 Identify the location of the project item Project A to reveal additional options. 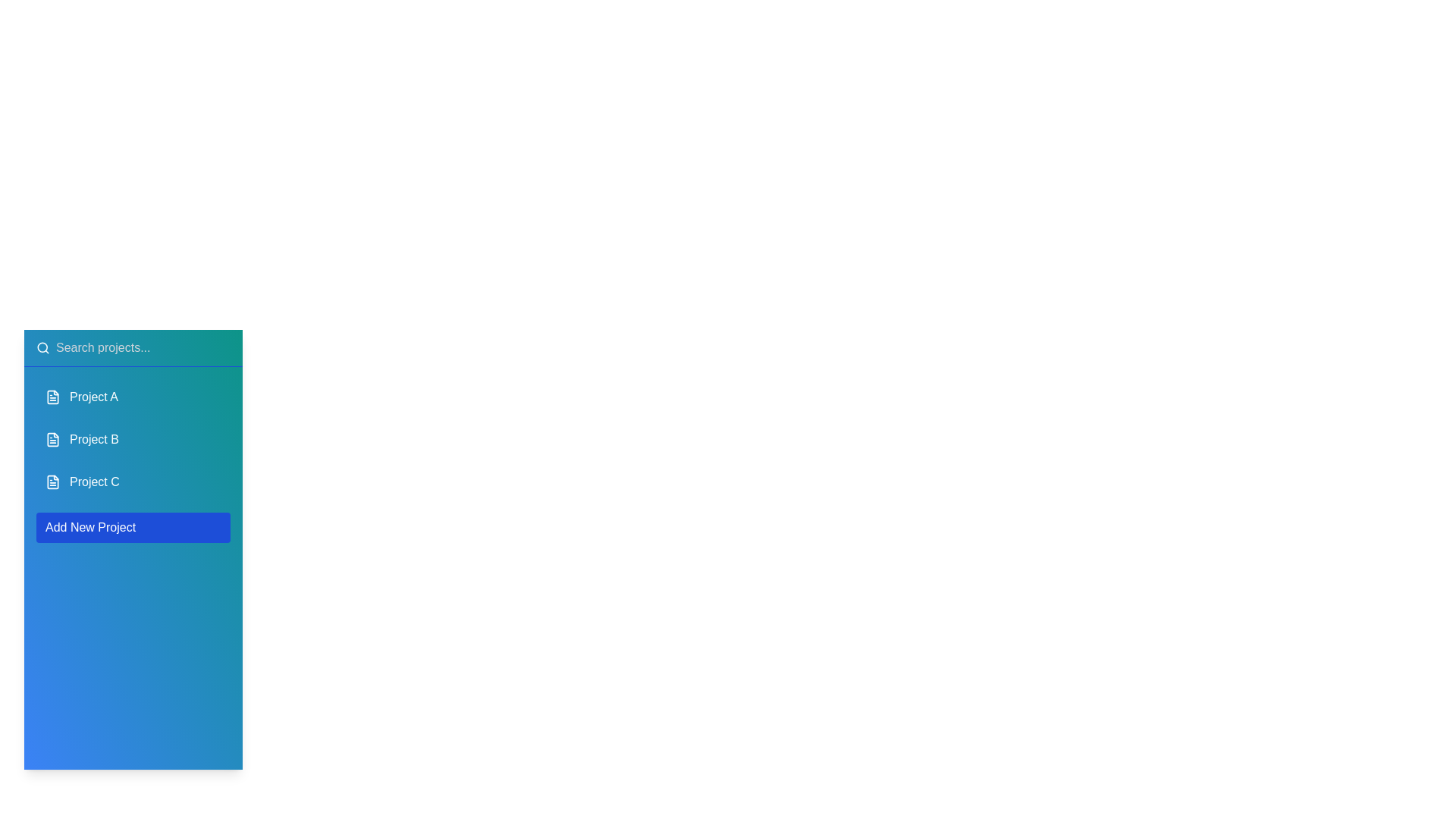
(133, 397).